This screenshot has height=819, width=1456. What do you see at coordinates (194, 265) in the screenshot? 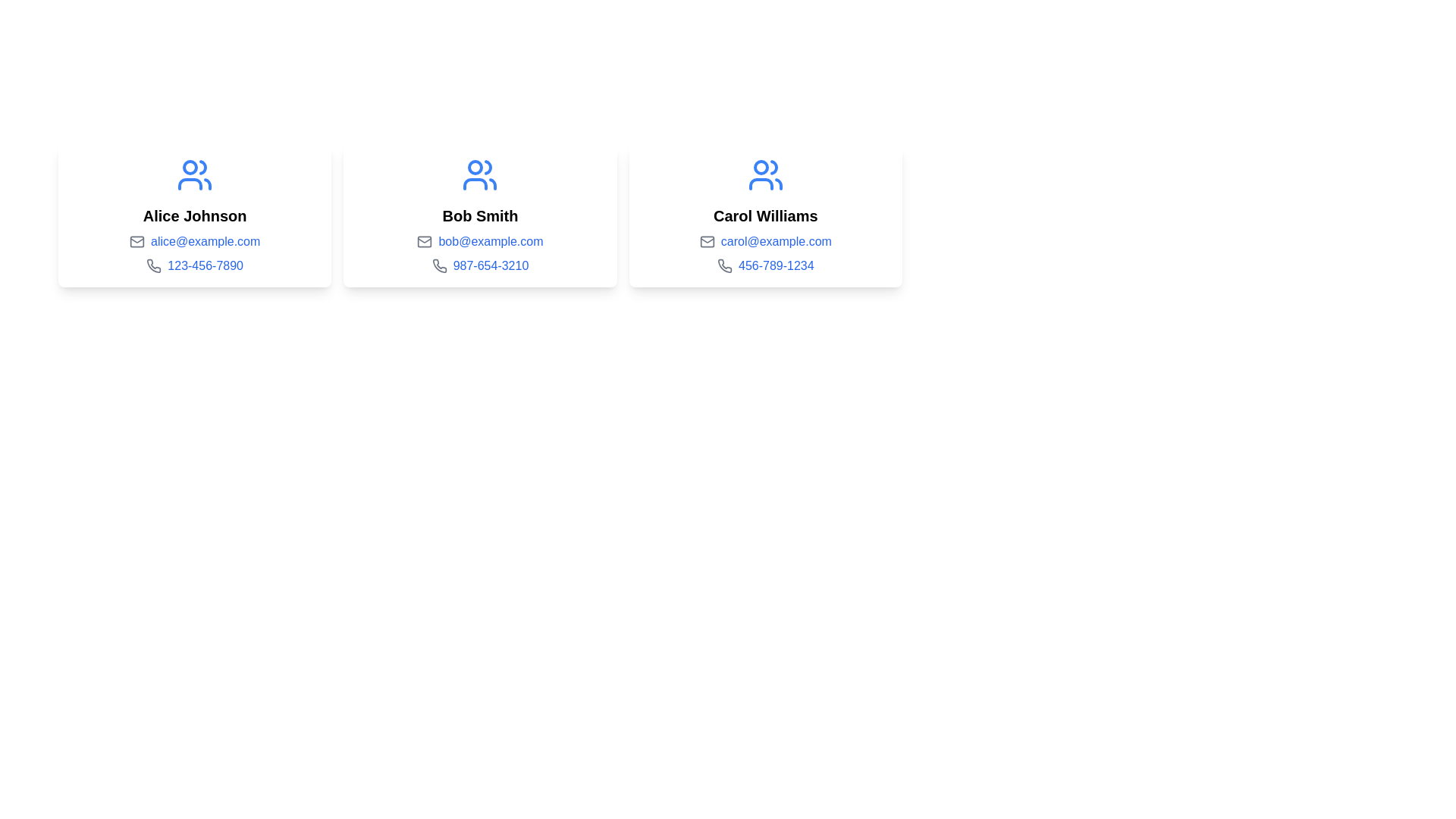
I see `the interactive hyperlink for the phone number '123-456-7890', which is styled in blue and underlined, to initiate a call` at bounding box center [194, 265].